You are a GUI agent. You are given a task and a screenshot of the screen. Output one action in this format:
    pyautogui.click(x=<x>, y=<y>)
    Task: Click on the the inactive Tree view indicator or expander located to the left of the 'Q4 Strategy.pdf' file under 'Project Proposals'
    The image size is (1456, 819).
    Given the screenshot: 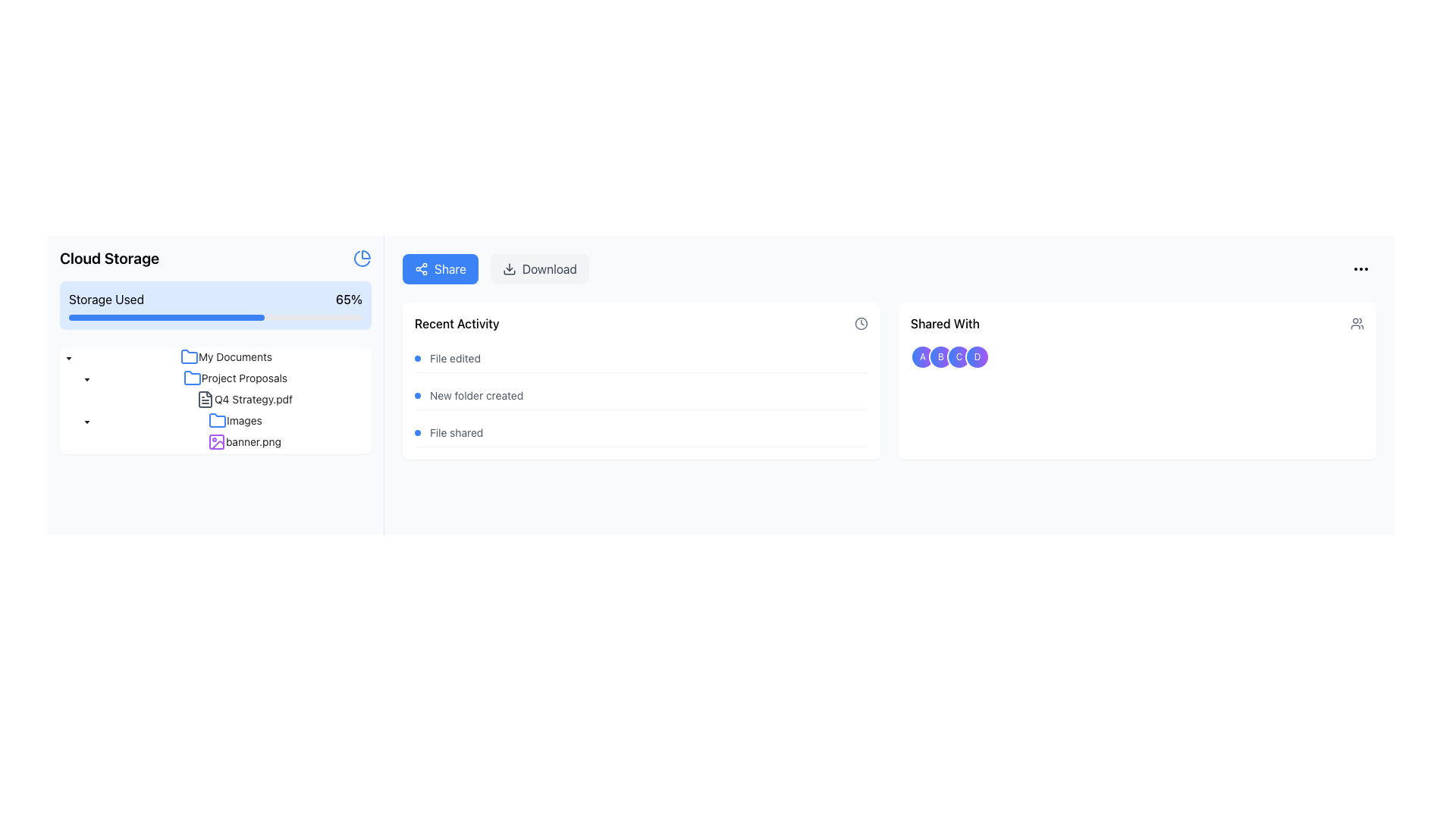 What is the action you would take?
    pyautogui.click(x=105, y=399)
    